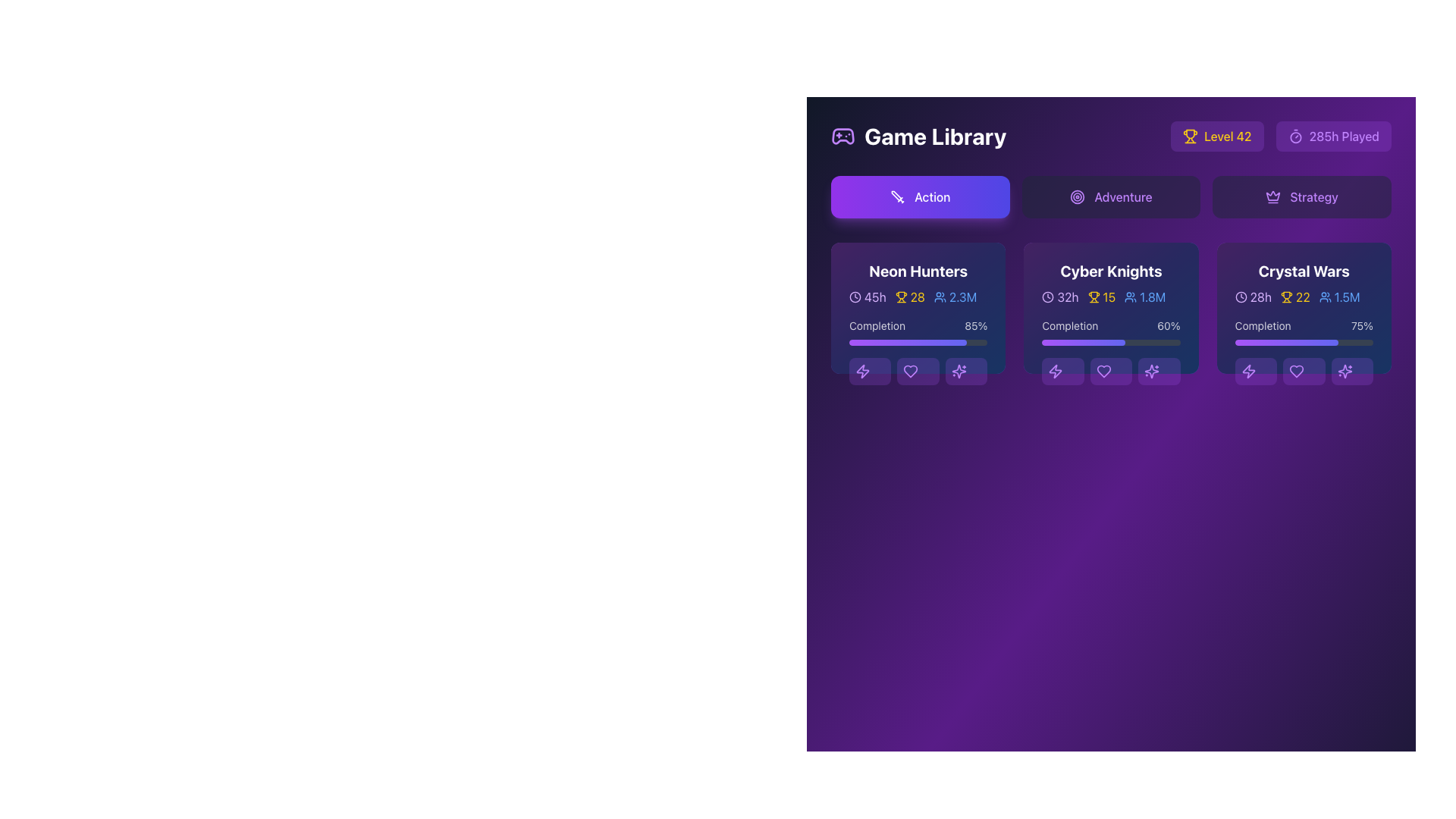  I want to click on the crown or achievement icon located in the header section, next to the 'Level 42' text, so click(1273, 195).